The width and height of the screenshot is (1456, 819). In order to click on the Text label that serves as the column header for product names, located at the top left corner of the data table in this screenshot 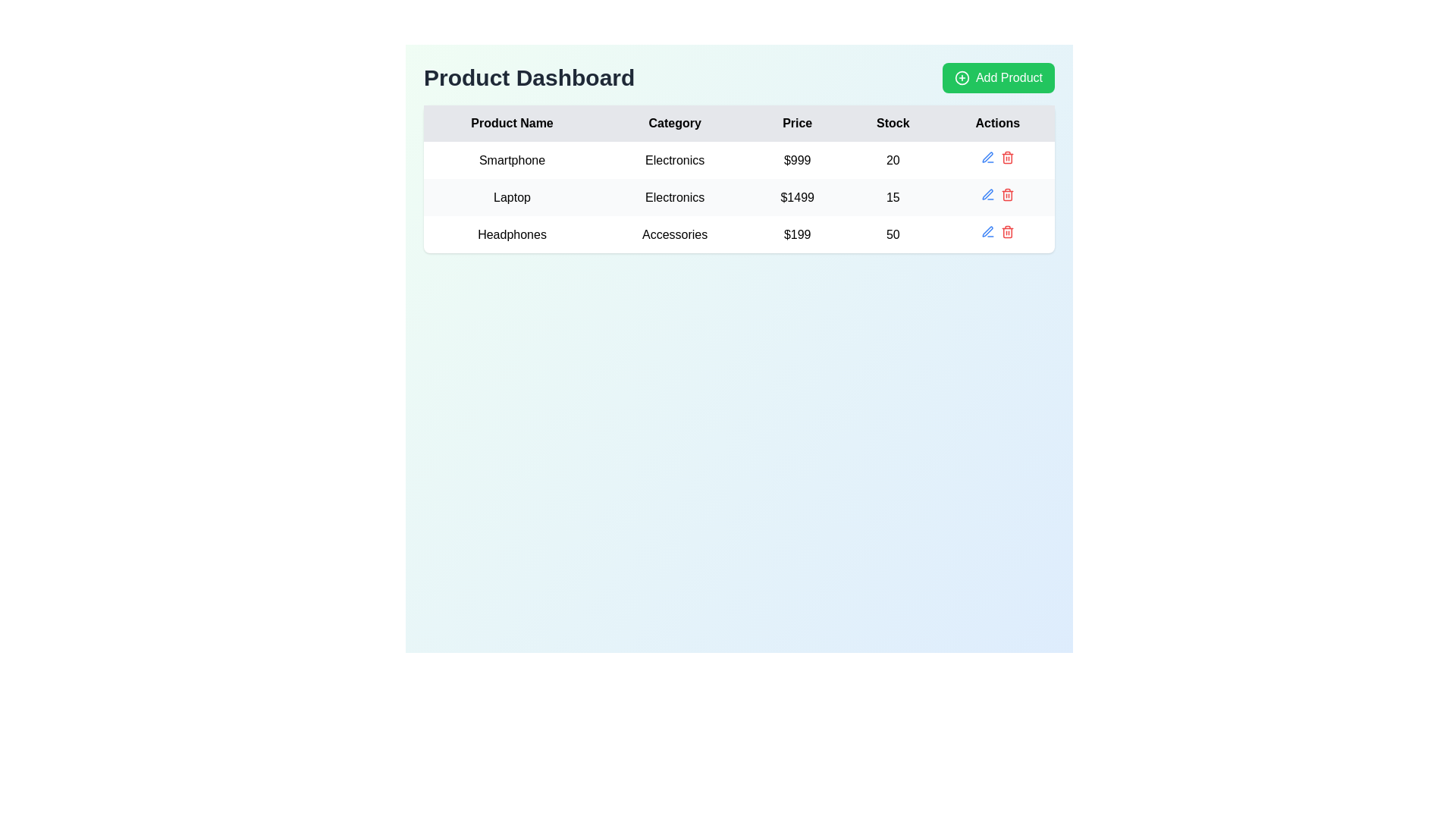, I will do `click(512, 122)`.